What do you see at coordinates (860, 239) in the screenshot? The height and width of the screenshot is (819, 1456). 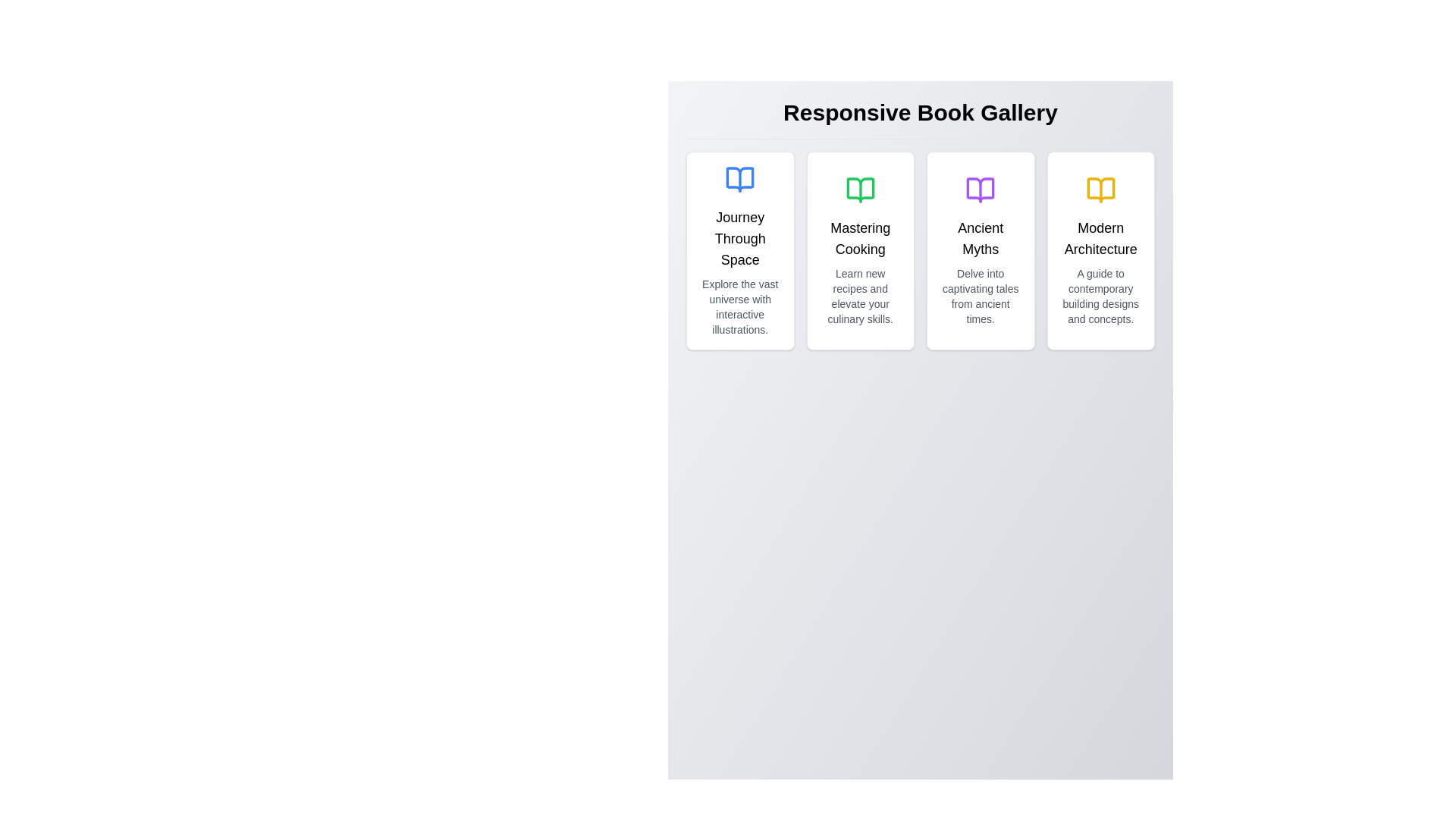 I see `the text block that displays 'Mastering Cooking', which features bold, larger font in a modern sans-serif typeface, located within the second card of a horizontal row of four cards` at bounding box center [860, 239].